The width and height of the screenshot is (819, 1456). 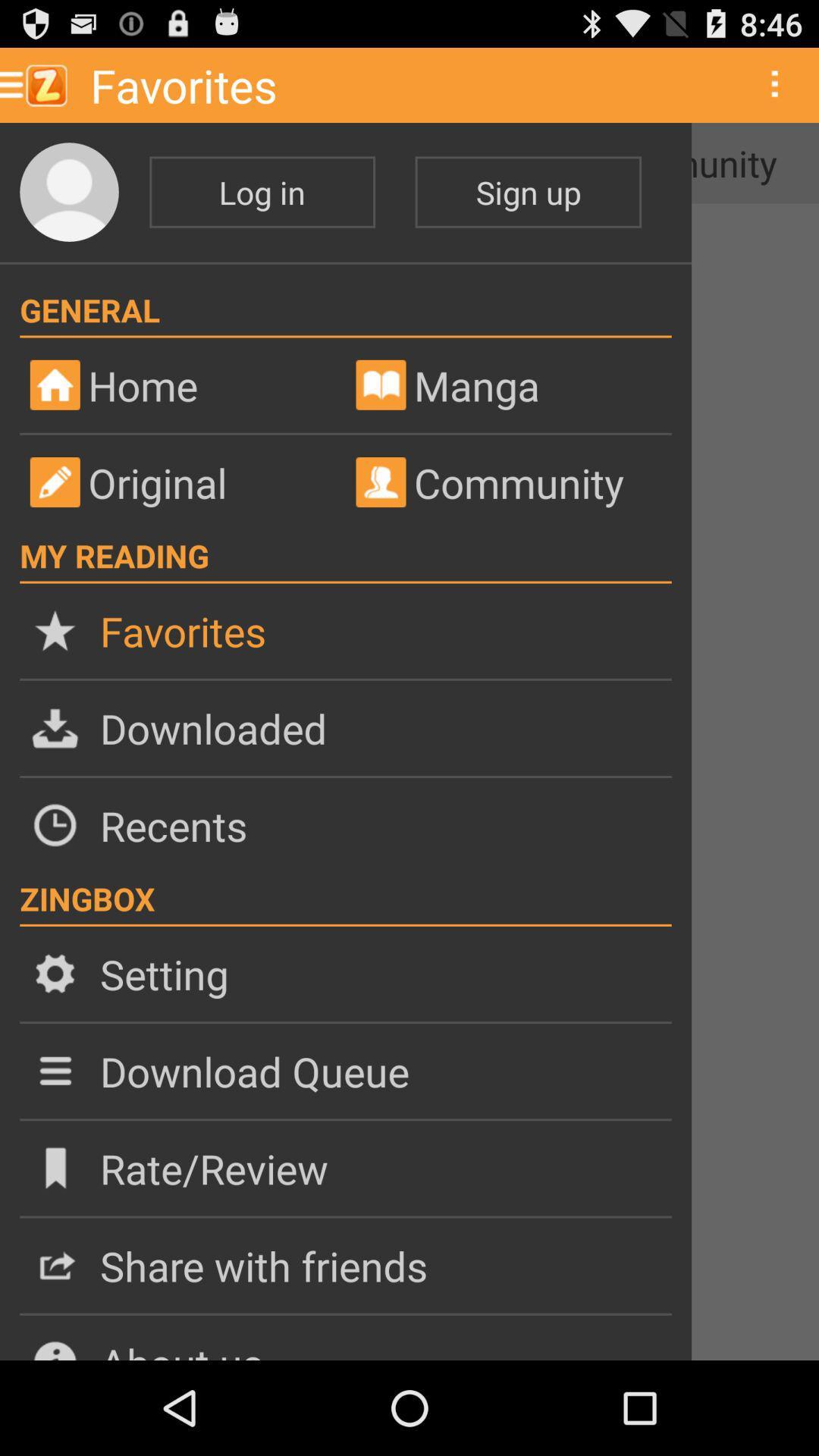 I want to click on manga, so click(x=509, y=385).